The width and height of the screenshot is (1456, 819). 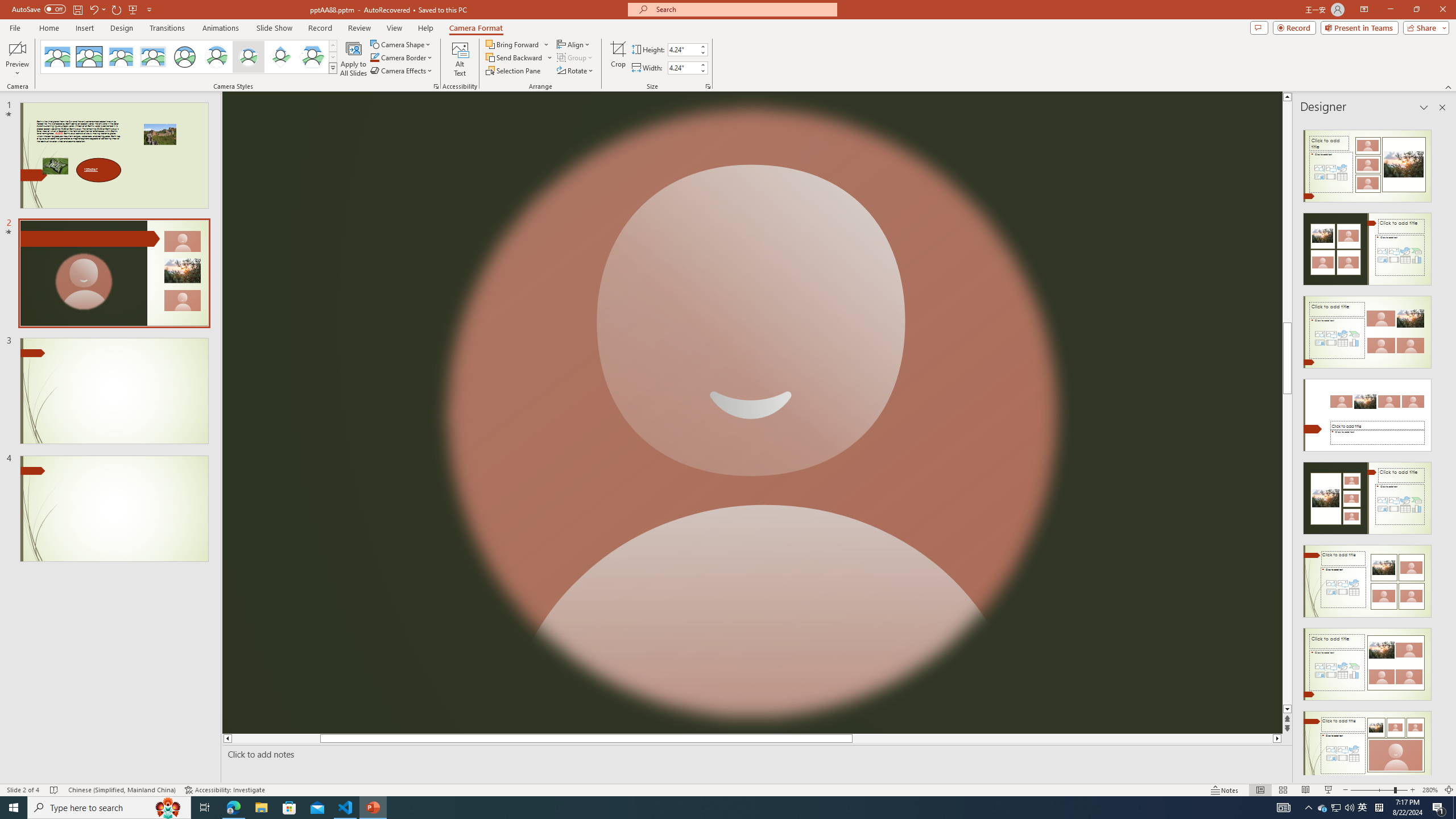 I want to click on 'Notes ', so click(x=1225, y=790).